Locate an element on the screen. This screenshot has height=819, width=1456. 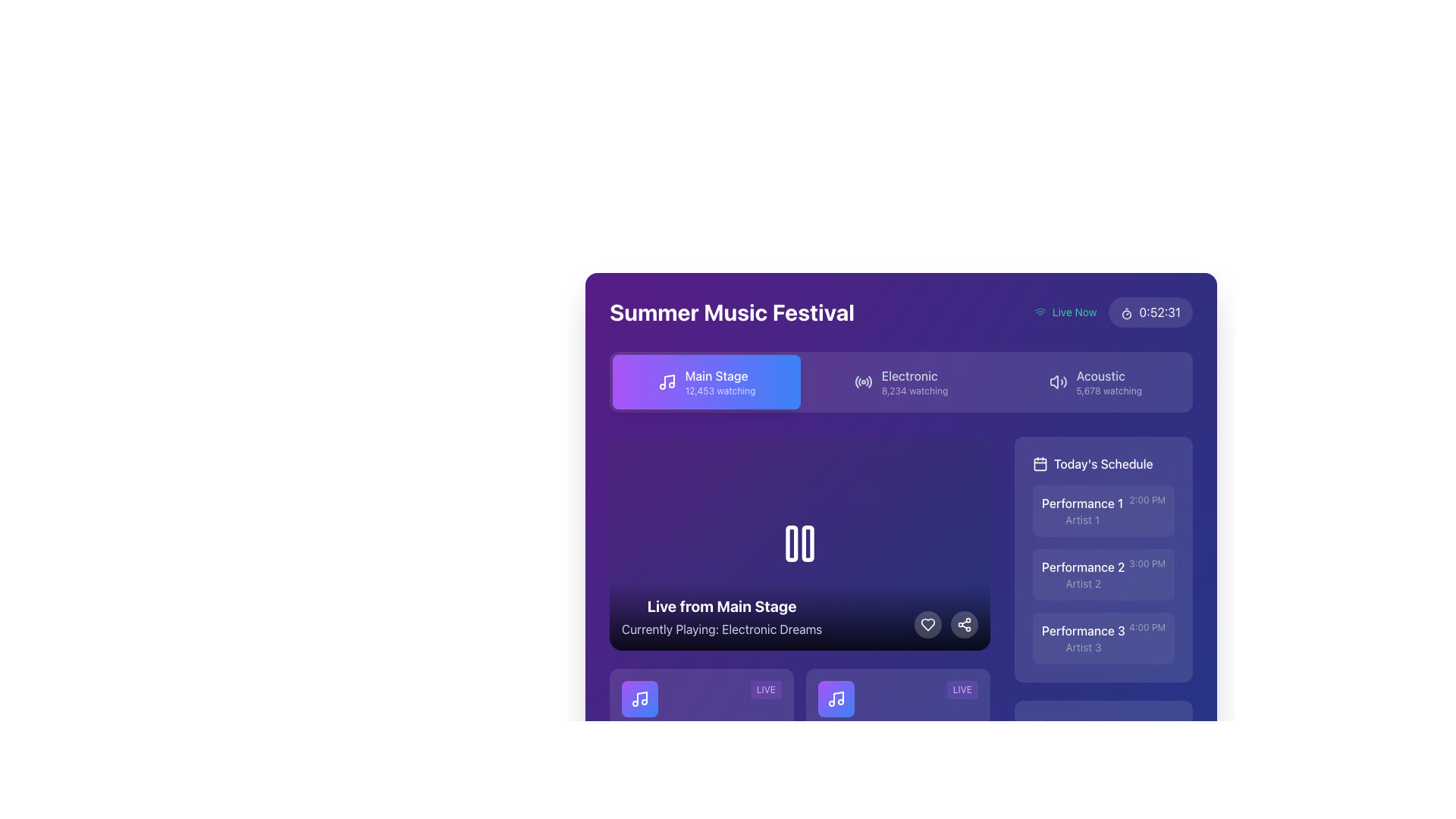
the static text label that reads 'Currently Playing: Electronic Dreams', which is styled in light slate color and is located below the 'Live from Main Stage' text is located at coordinates (721, 629).